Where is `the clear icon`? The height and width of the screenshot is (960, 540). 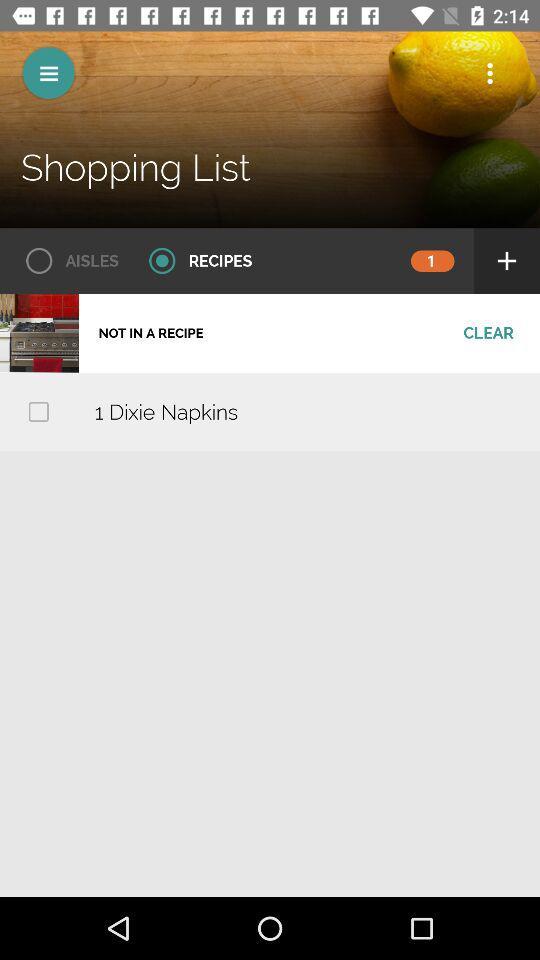 the clear icon is located at coordinates (487, 333).